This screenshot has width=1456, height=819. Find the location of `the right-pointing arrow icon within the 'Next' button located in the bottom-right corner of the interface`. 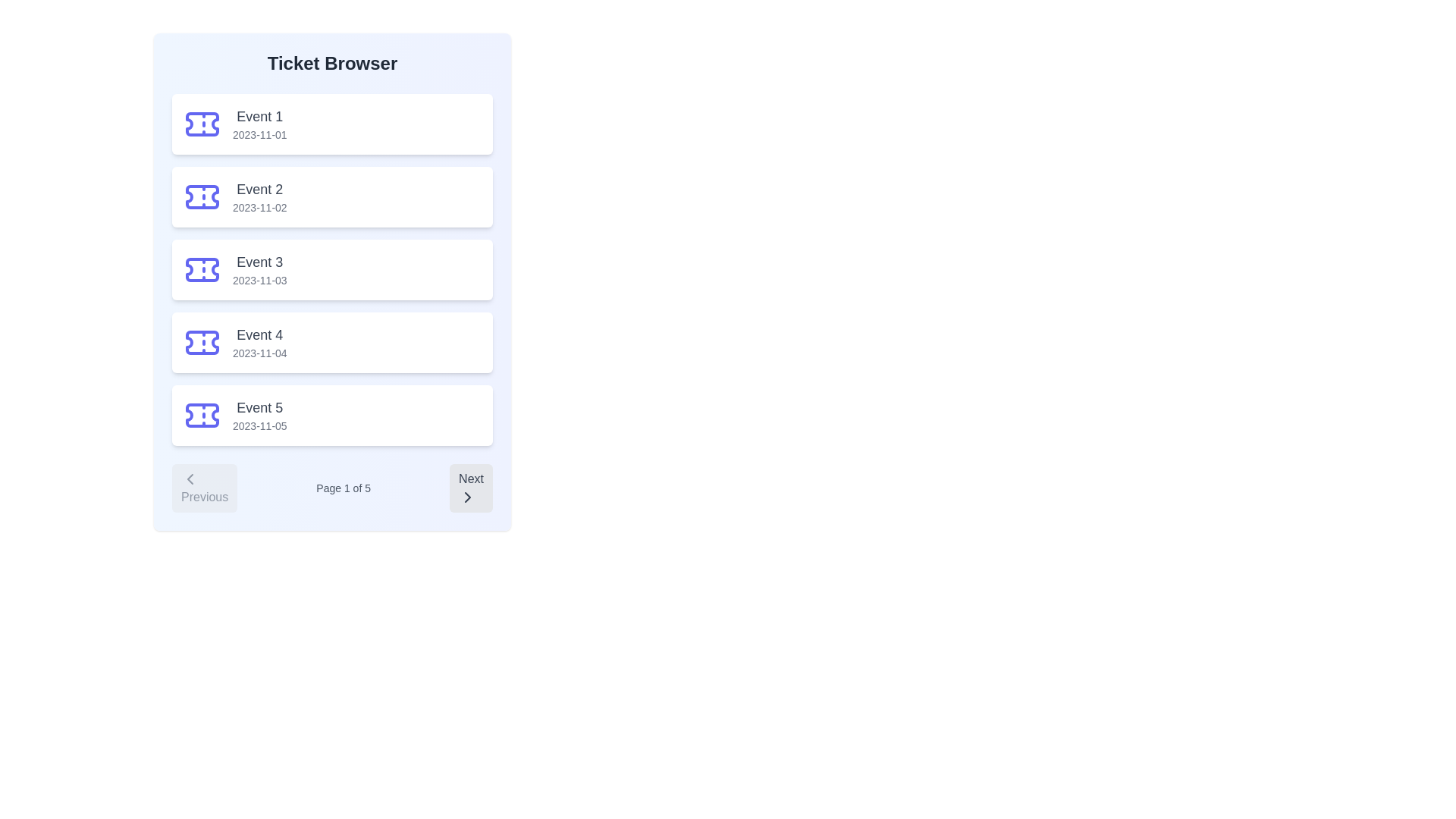

the right-pointing arrow icon within the 'Next' button located in the bottom-right corner of the interface is located at coordinates (467, 497).